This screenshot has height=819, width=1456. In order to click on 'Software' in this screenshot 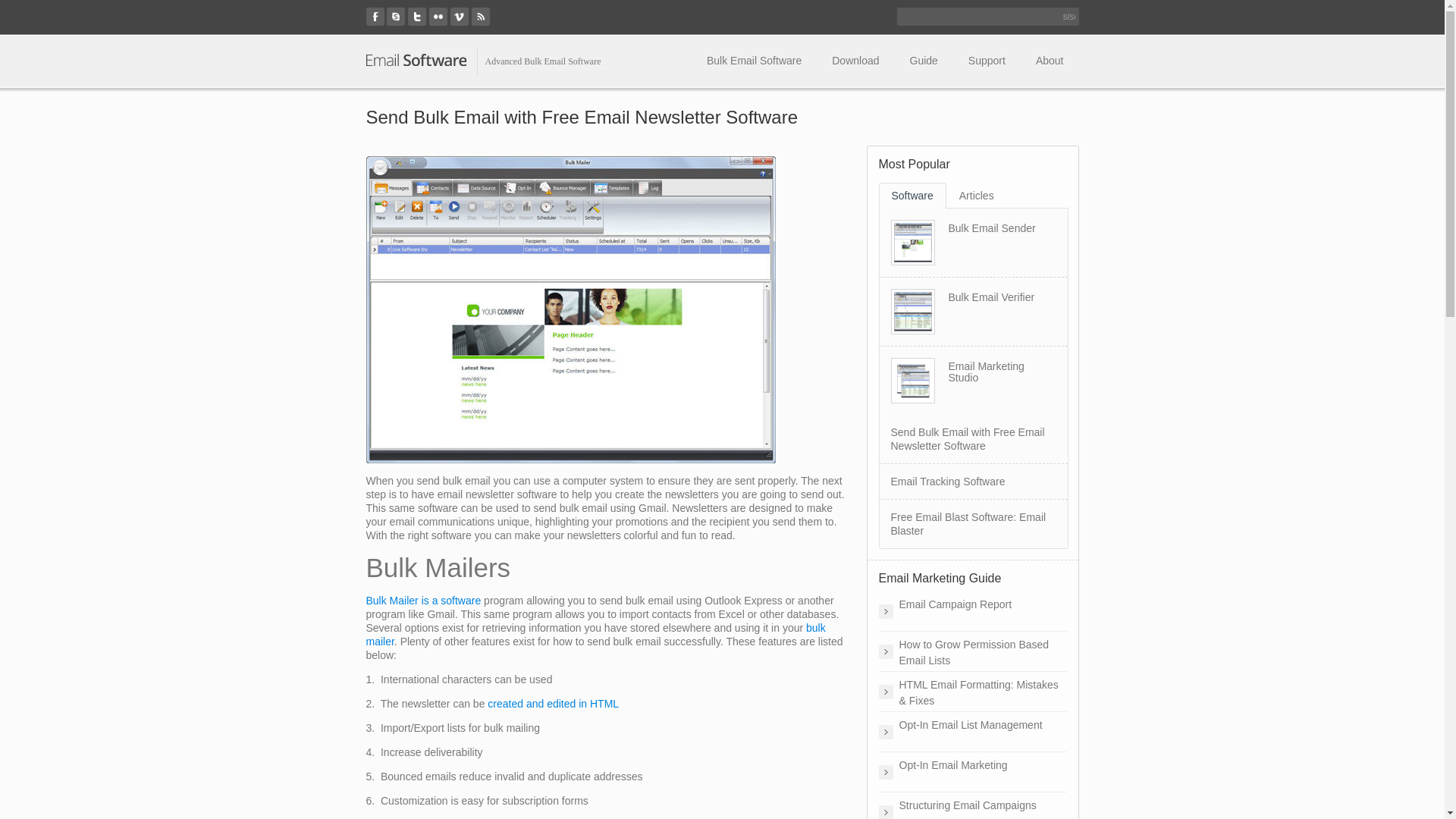, I will do `click(911, 195)`.